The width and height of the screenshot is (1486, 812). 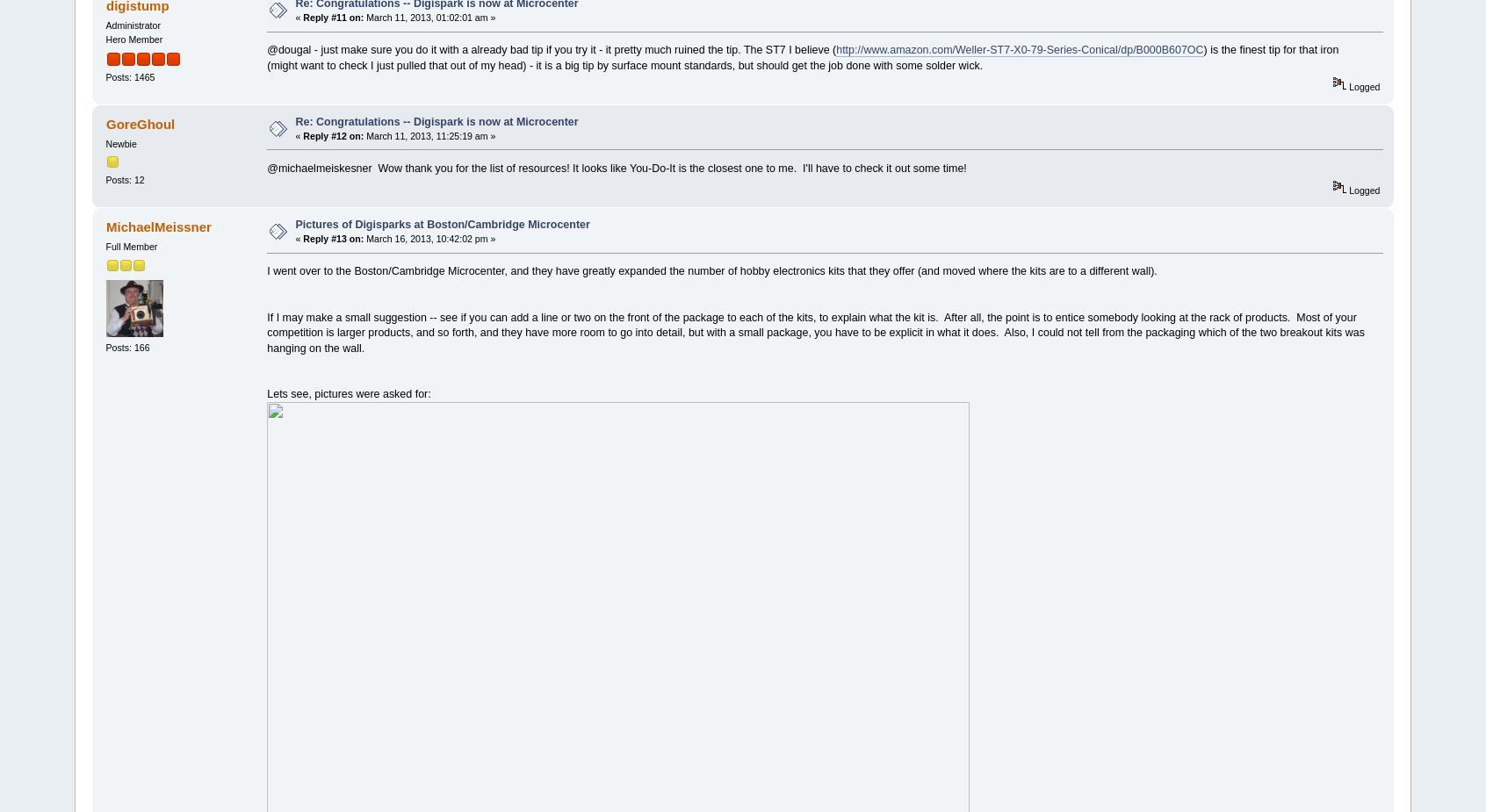 What do you see at coordinates (301, 16) in the screenshot?
I see `'Reply #11 on:'` at bounding box center [301, 16].